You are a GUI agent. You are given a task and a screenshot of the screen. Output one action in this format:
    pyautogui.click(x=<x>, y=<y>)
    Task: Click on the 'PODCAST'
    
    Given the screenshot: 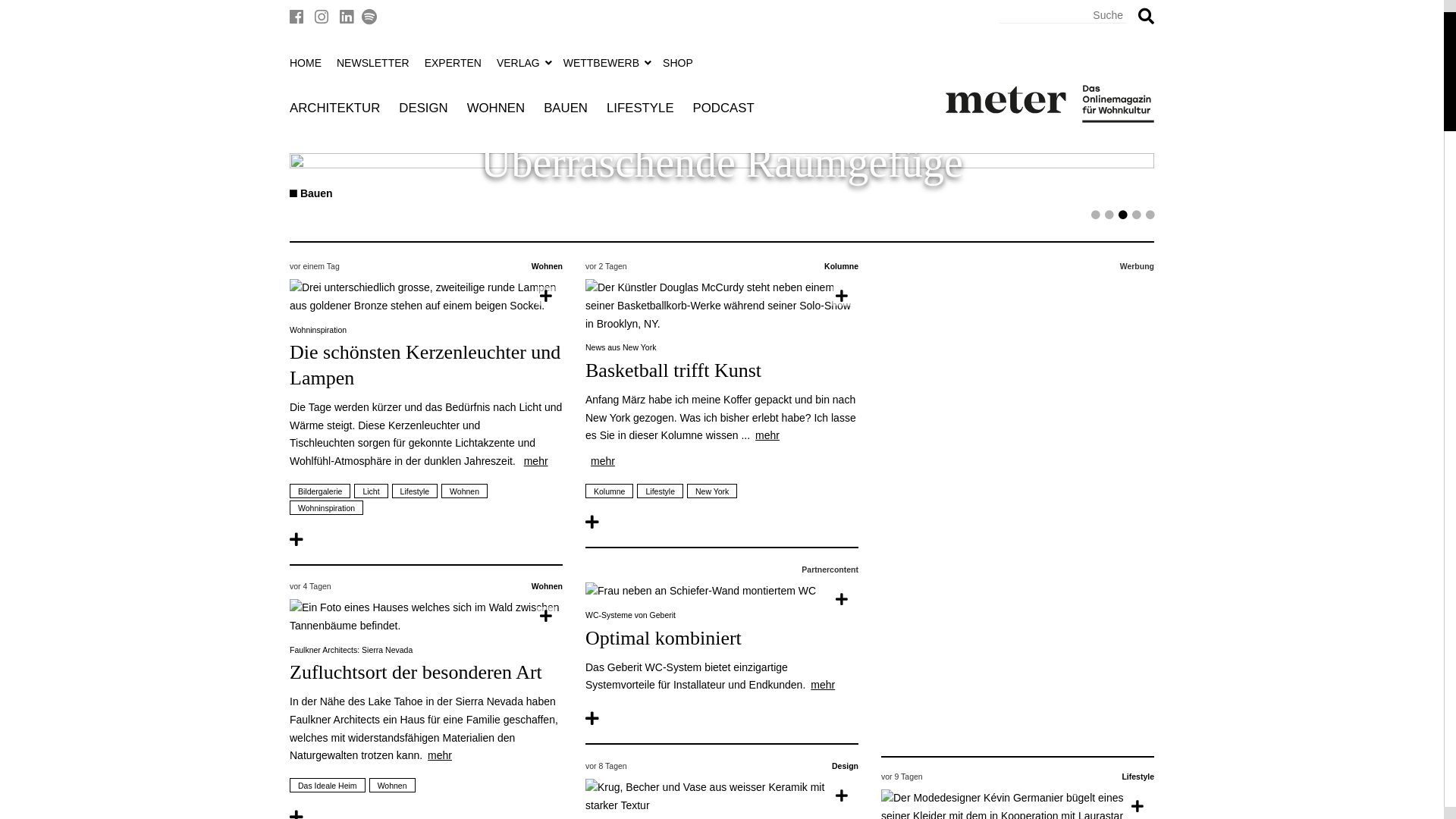 What is the action you would take?
    pyautogui.click(x=723, y=108)
    